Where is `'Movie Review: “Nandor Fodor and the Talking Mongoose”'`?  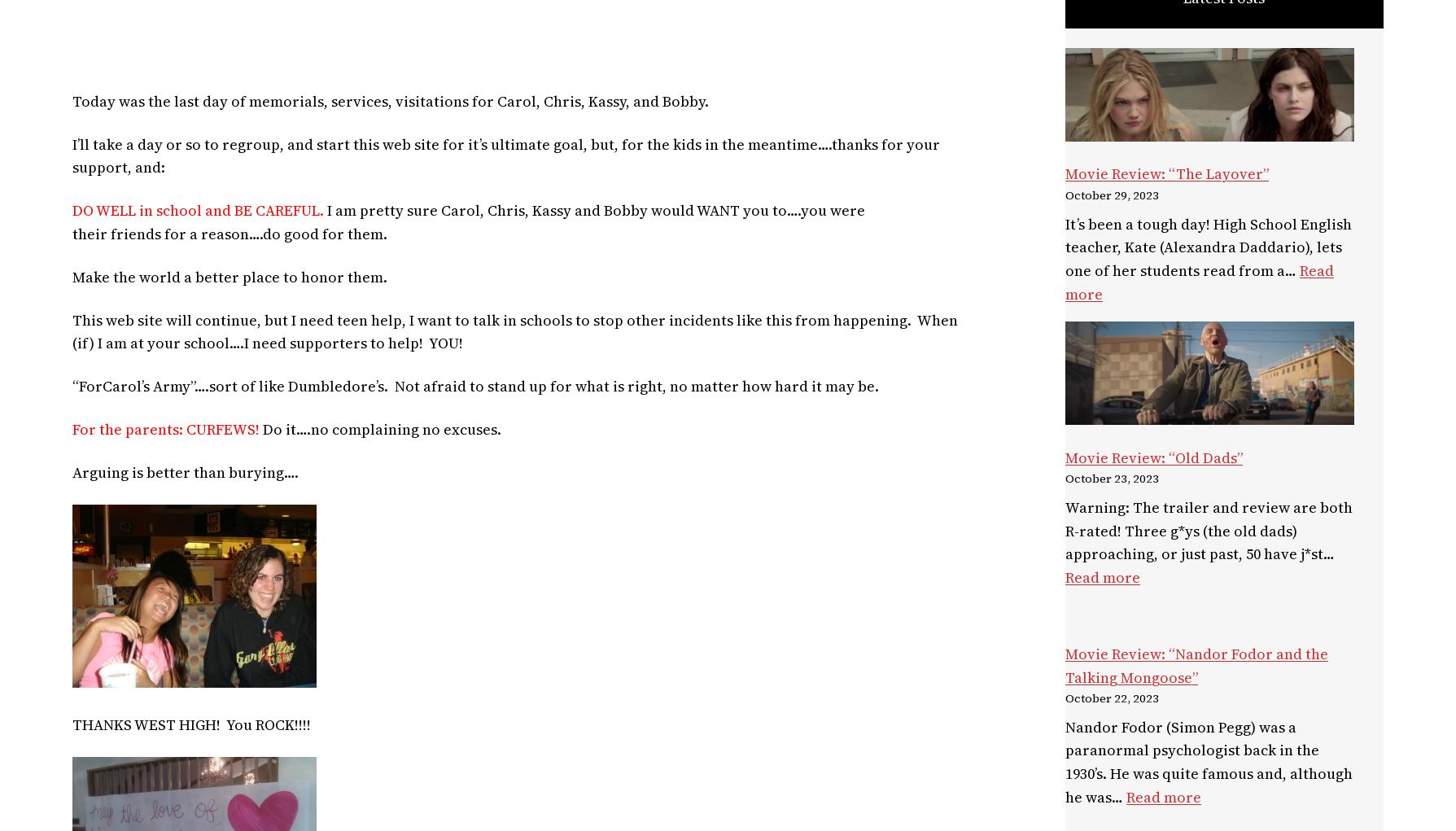
'Movie Review: “Nandor Fodor and the Talking Mongoose”' is located at coordinates (1196, 664).